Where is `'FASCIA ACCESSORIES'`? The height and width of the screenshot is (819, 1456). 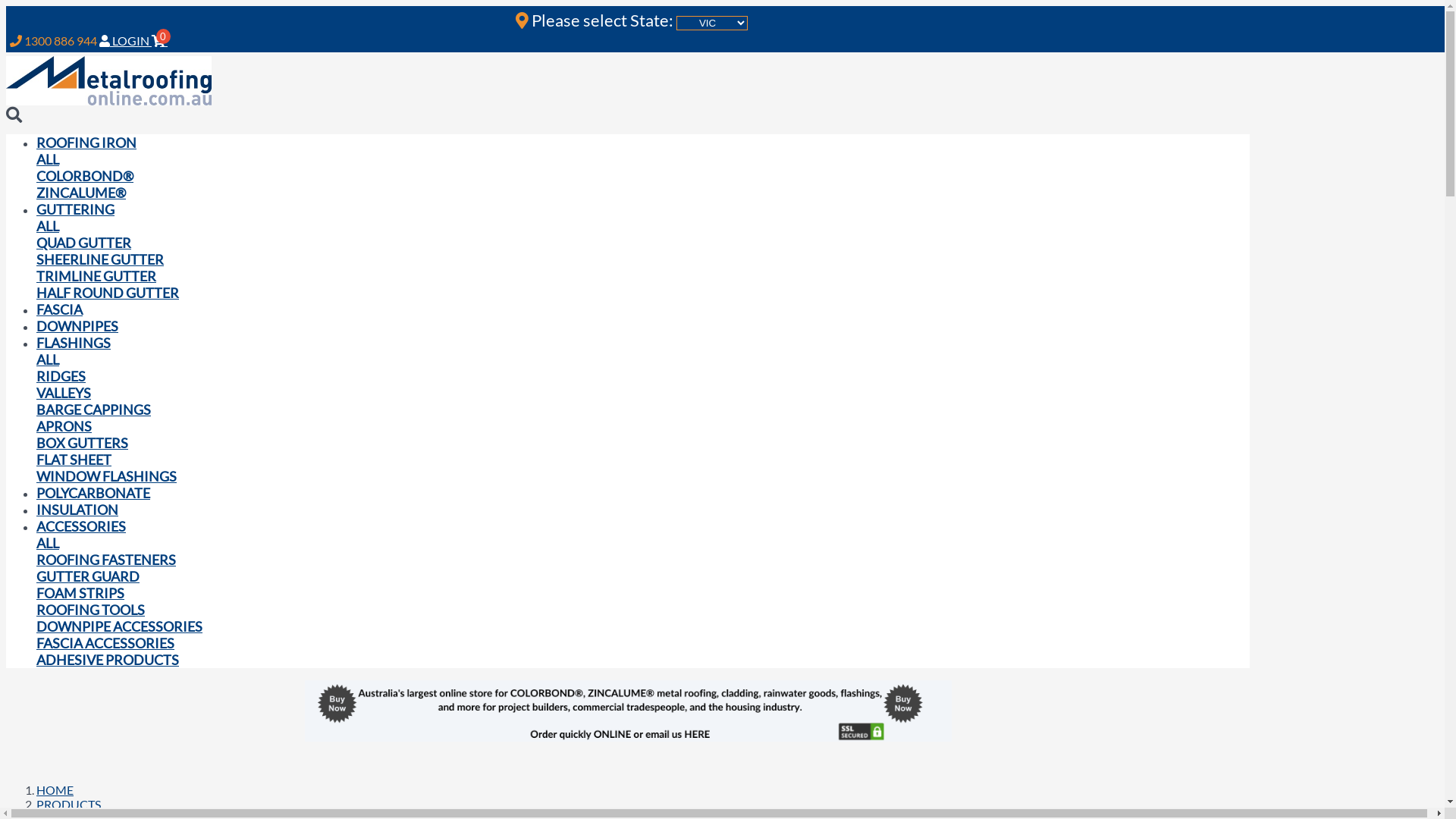
'FASCIA ACCESSORIES' is located at coordinates (36, 643).